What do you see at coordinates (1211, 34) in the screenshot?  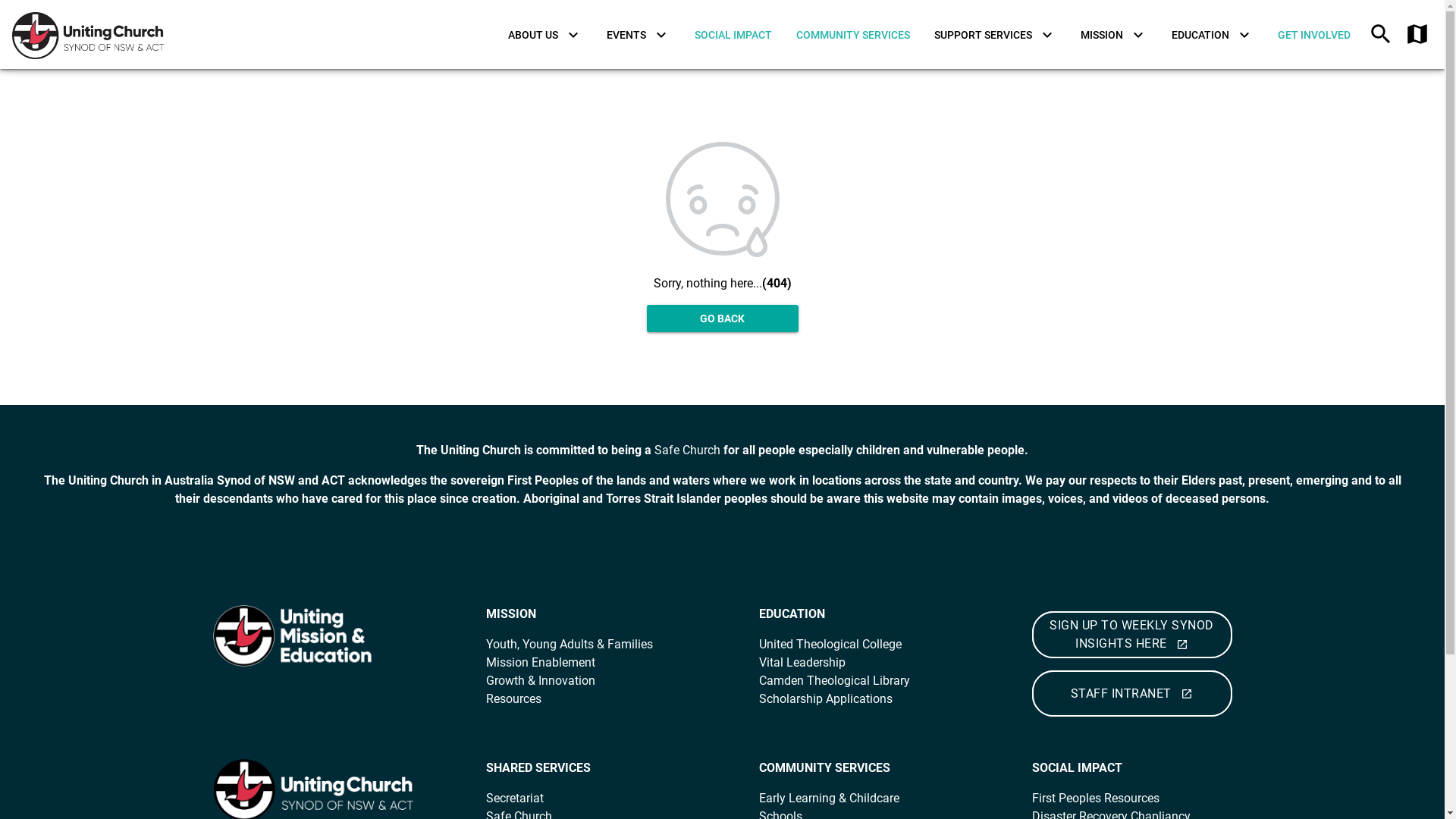 I see `'EDUCATION` at bounding box center [1211, 34].